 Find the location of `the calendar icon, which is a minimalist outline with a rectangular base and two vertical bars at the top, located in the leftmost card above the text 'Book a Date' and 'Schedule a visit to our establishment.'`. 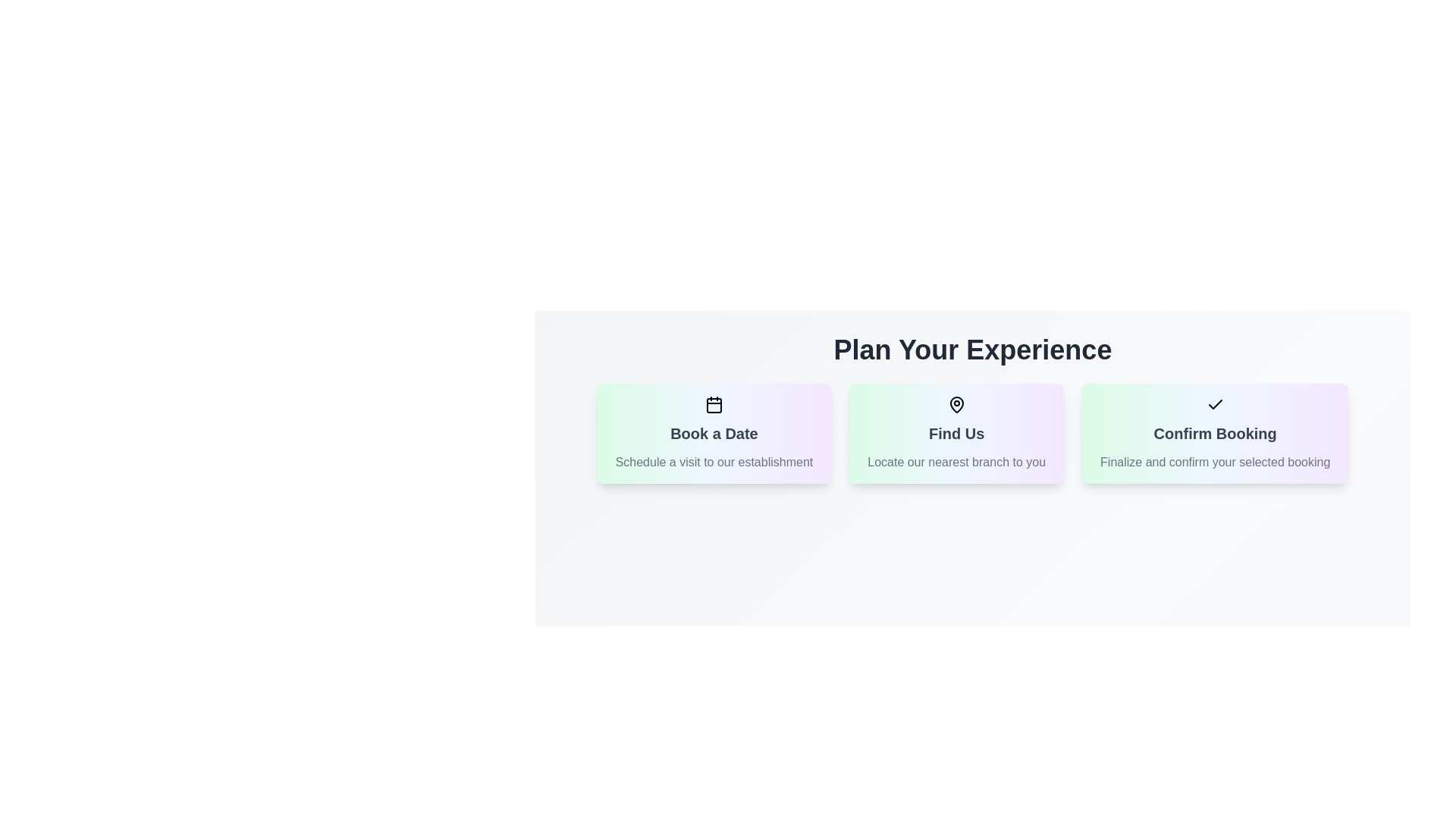

the calendar icon, which is a minimalist outline with a rectangular base and two vertical bars at the top, located in the leftmost card above the text 'Book a Date' and 'Schedule a visit to our establishment.' is located at coordinates (713, 403).